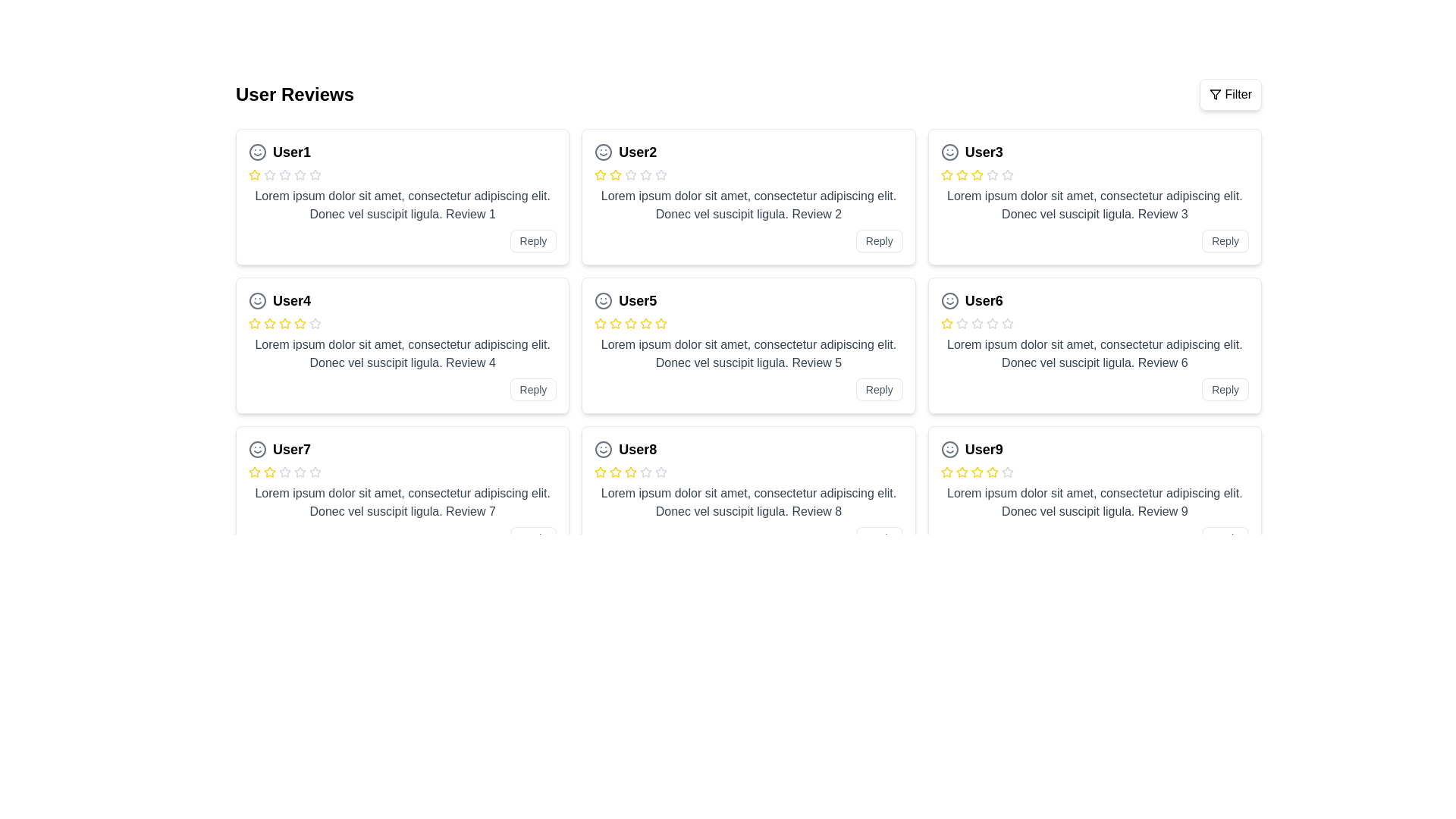  I want to click on the first star icon in the user's rating section that indicates User4's rating, so click(255, 323).